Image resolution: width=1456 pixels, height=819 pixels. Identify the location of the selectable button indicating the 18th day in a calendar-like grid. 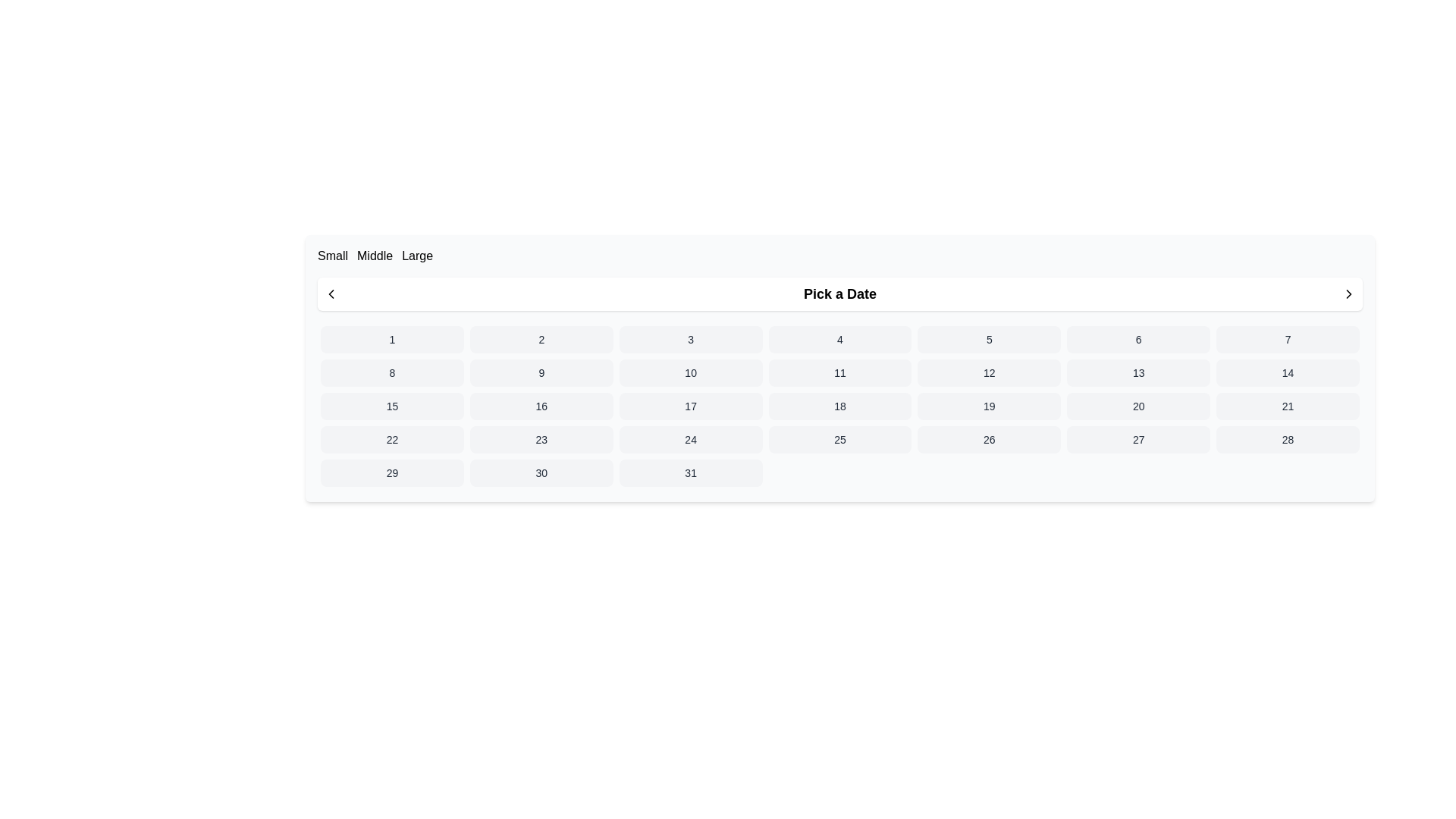
(839, 406).